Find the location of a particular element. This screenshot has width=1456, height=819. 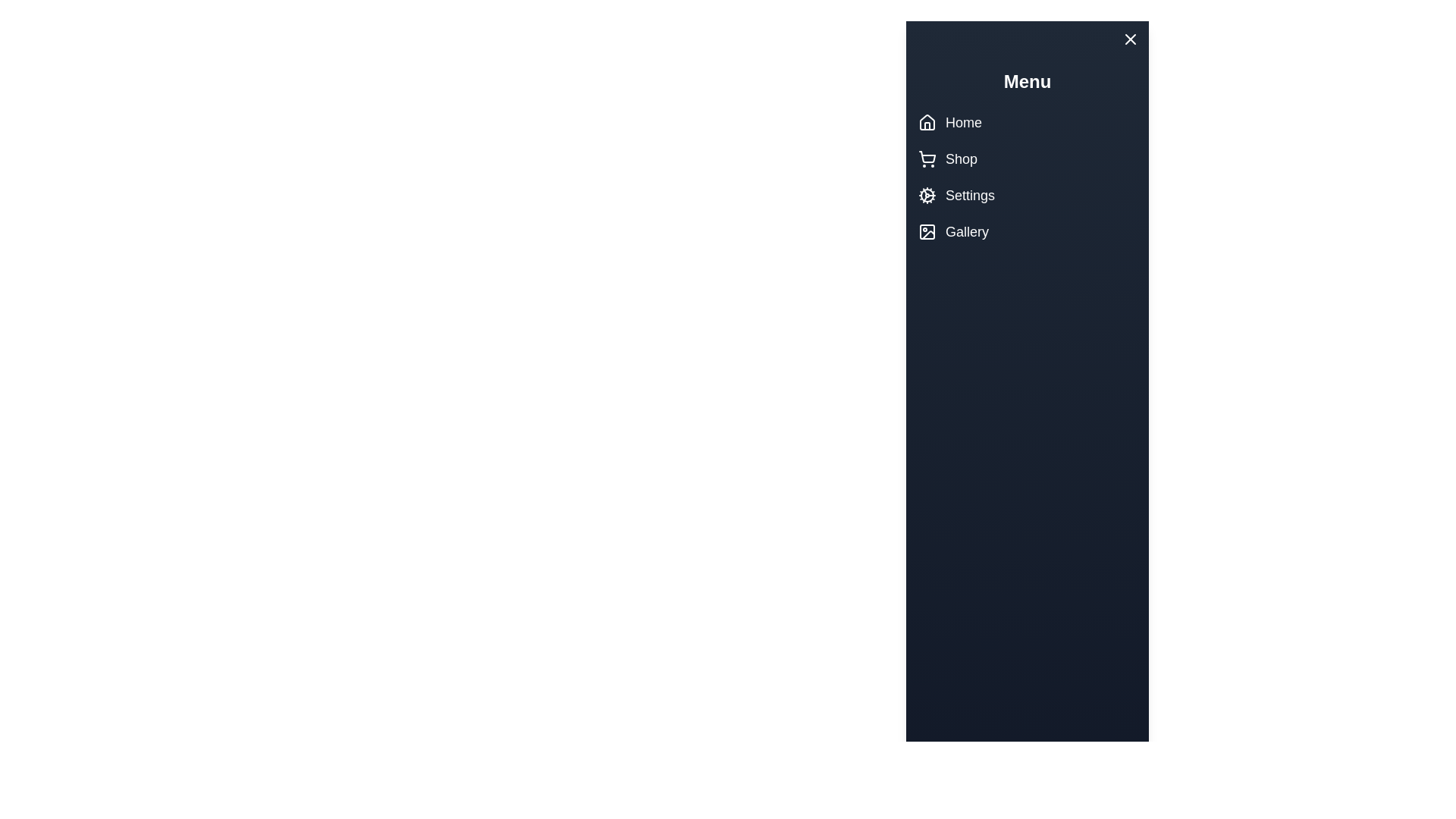

the Home menu item to navigate is located at coordinates (990, 122).